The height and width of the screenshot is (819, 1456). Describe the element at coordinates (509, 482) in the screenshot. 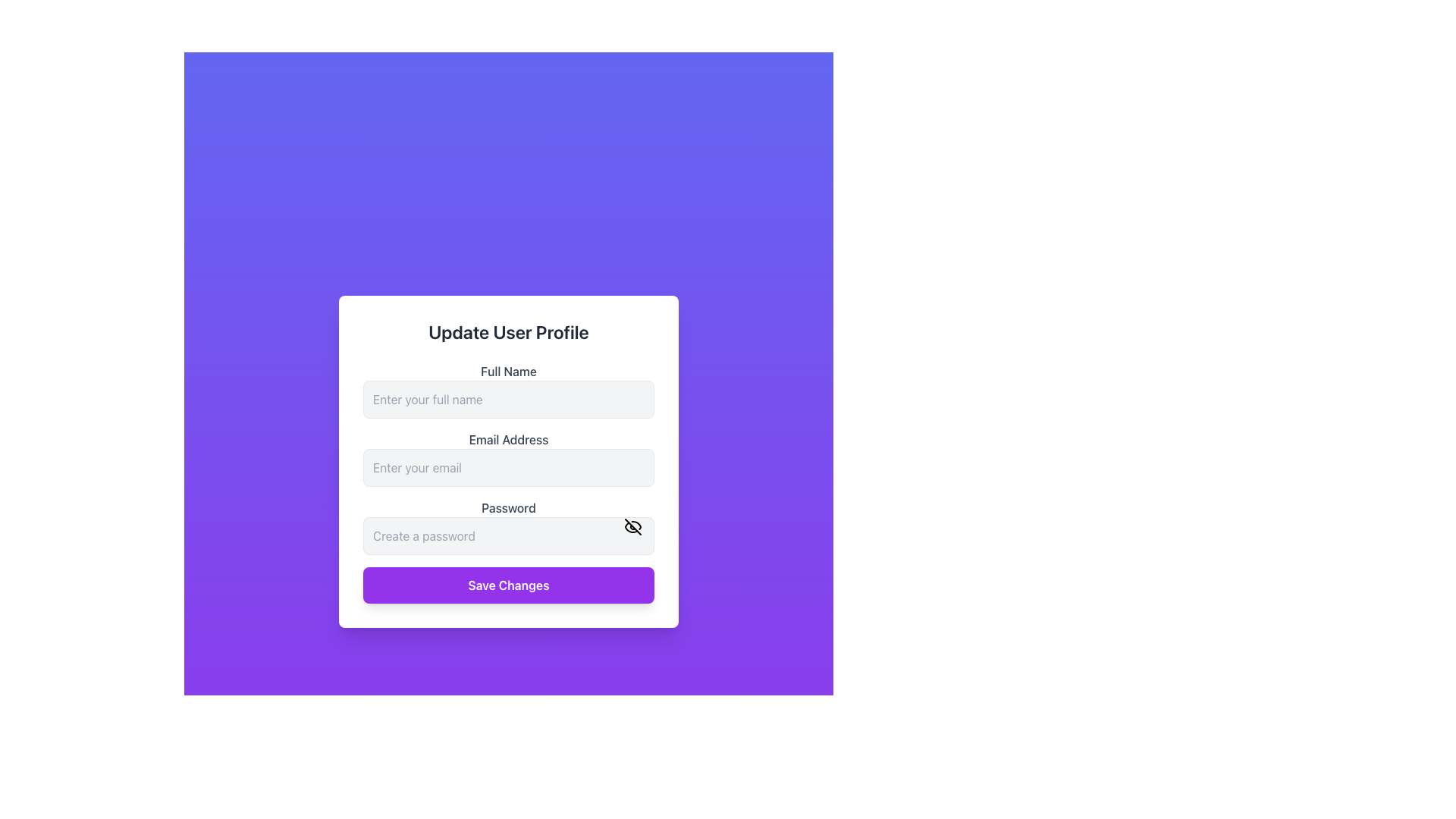

I see `the second input field in the 'Update User Profile' form, which is designated for entering an email address` at that location.